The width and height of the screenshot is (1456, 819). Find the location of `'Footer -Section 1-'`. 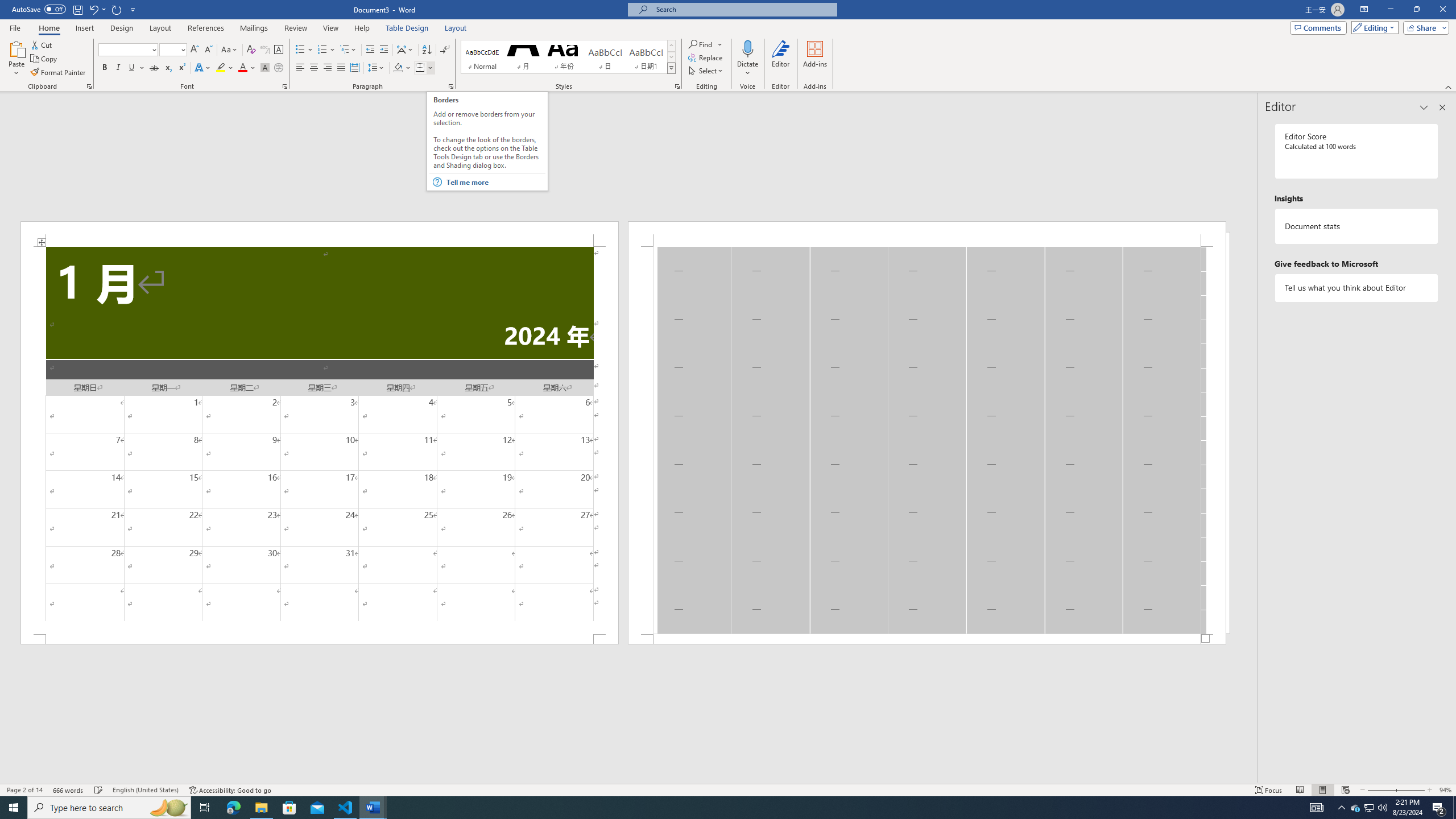

'Footer -Section 1-' is located at coordinates (926, 638).